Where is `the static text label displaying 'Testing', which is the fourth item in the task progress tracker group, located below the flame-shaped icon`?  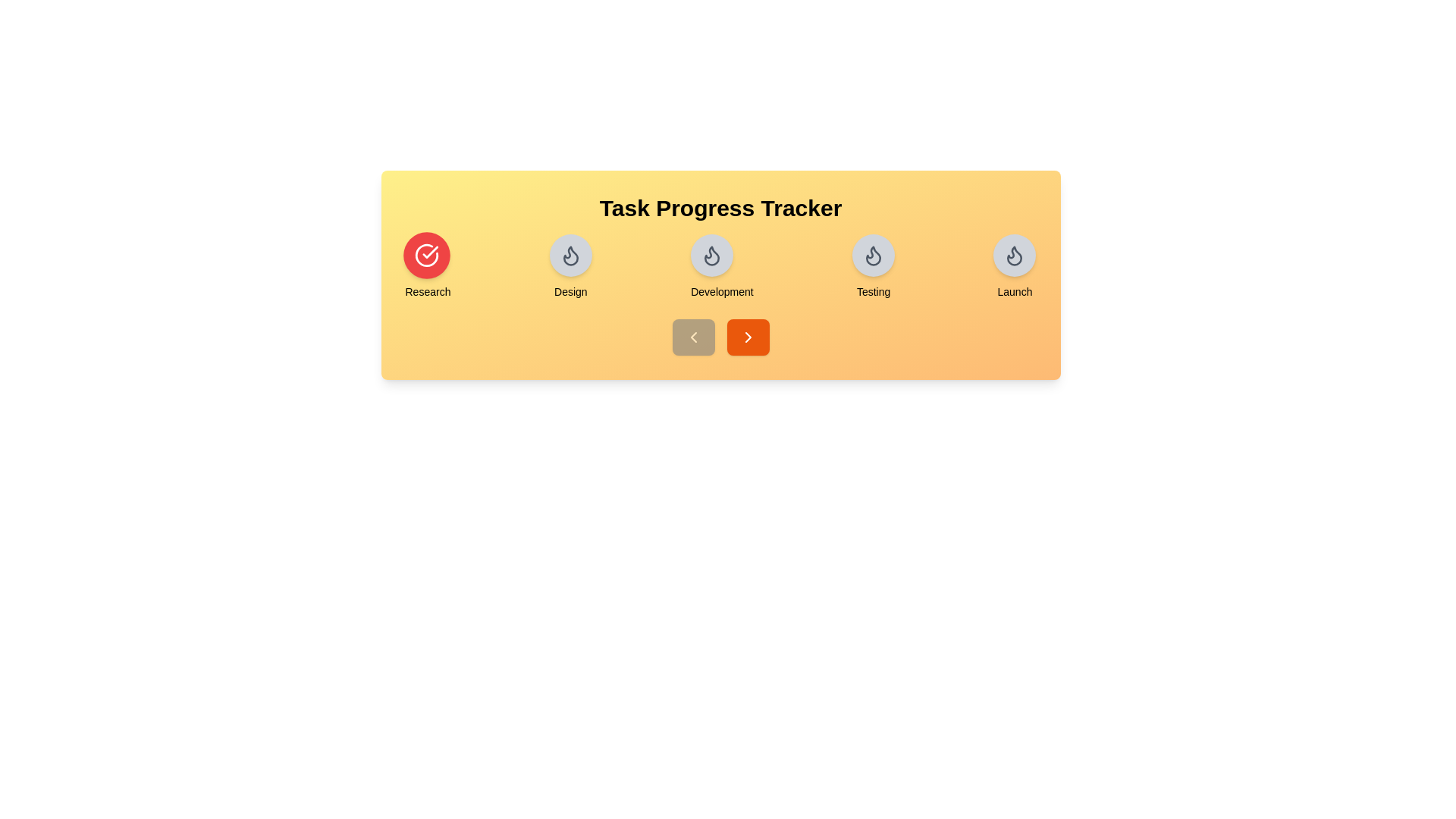
the static text label displaying 'Testing', which is the fourth item in the task progress tracker group, located below the flame-shaped icon is located at coordinates (874, 292).